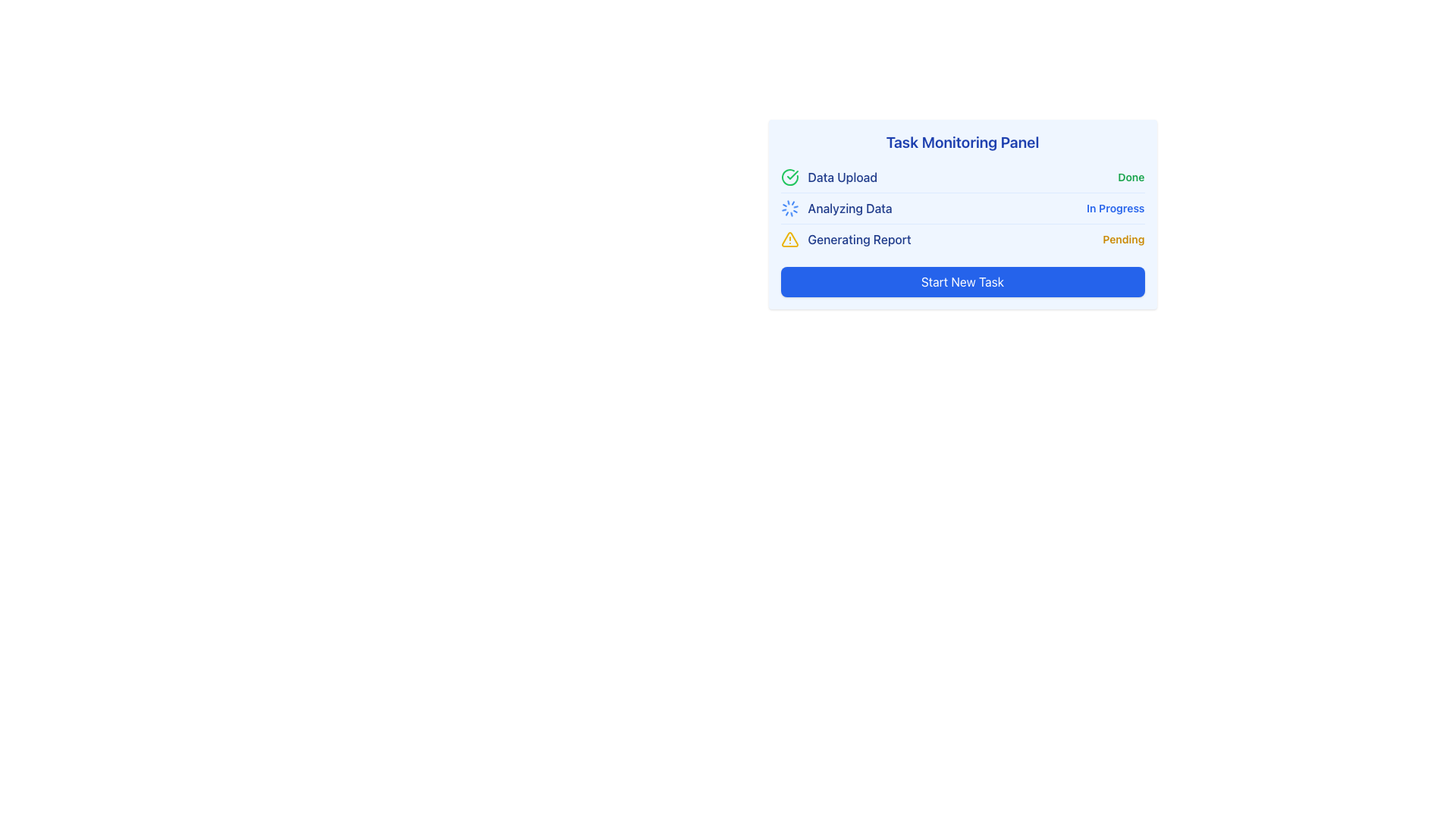 The width and height of the screenshot is (1456, 819). What do you see at coordinates (962, 208) in the screenshot?
I see `the spinning loader in the Status row labeled 'Analyzing Data' indicating the task is 'In Progress'` at bounding box center [962, 208].